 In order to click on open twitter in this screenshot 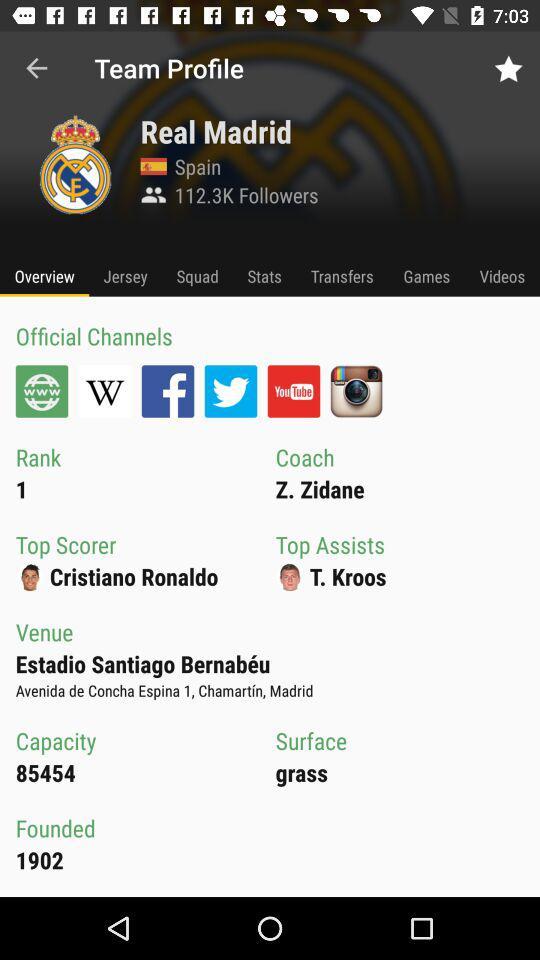, I will do `click(230, 390)`.